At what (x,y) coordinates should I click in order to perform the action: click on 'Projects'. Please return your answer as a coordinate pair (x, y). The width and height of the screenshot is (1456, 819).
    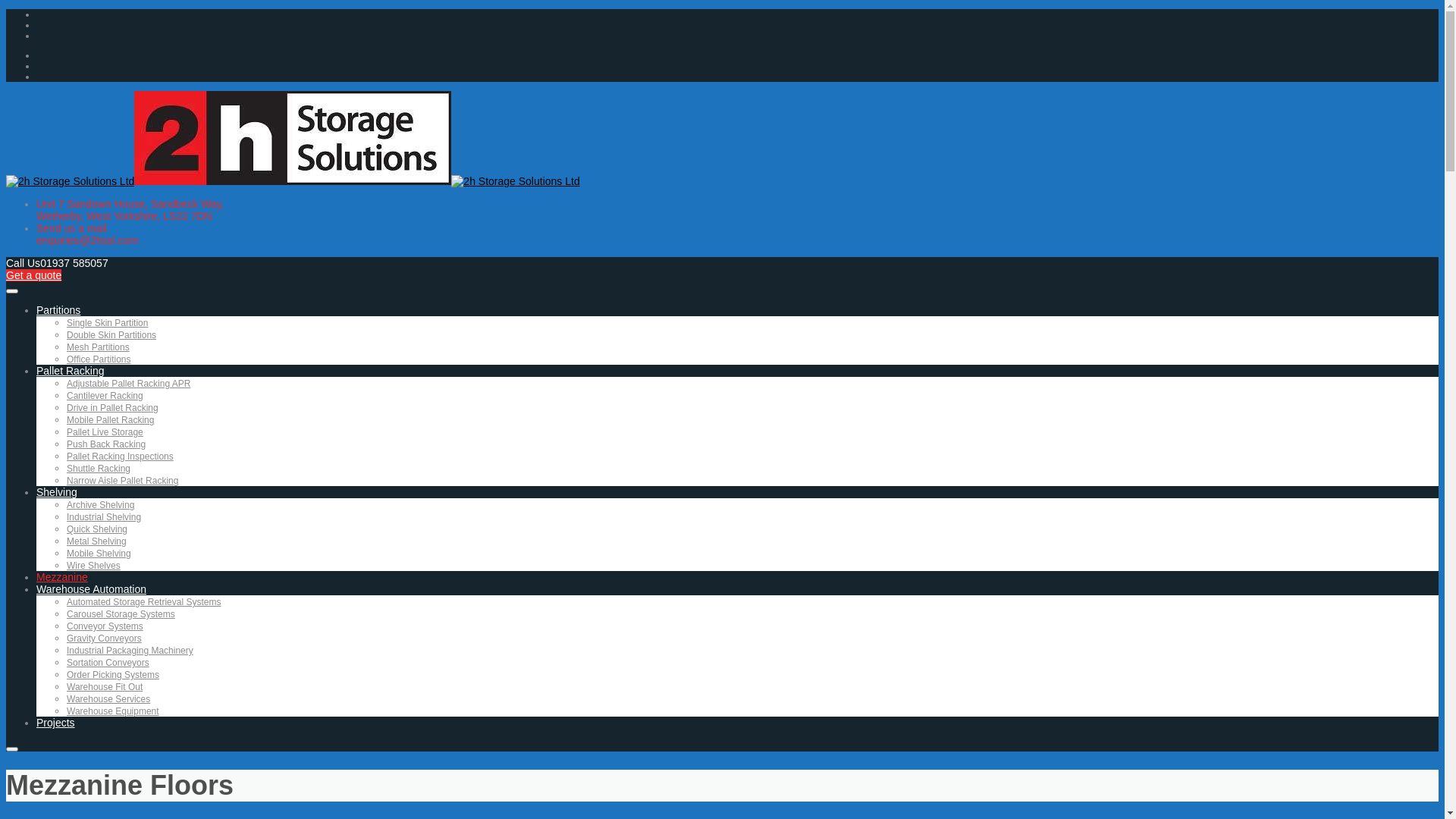
    Looking at the image, I should click on (55, 721).